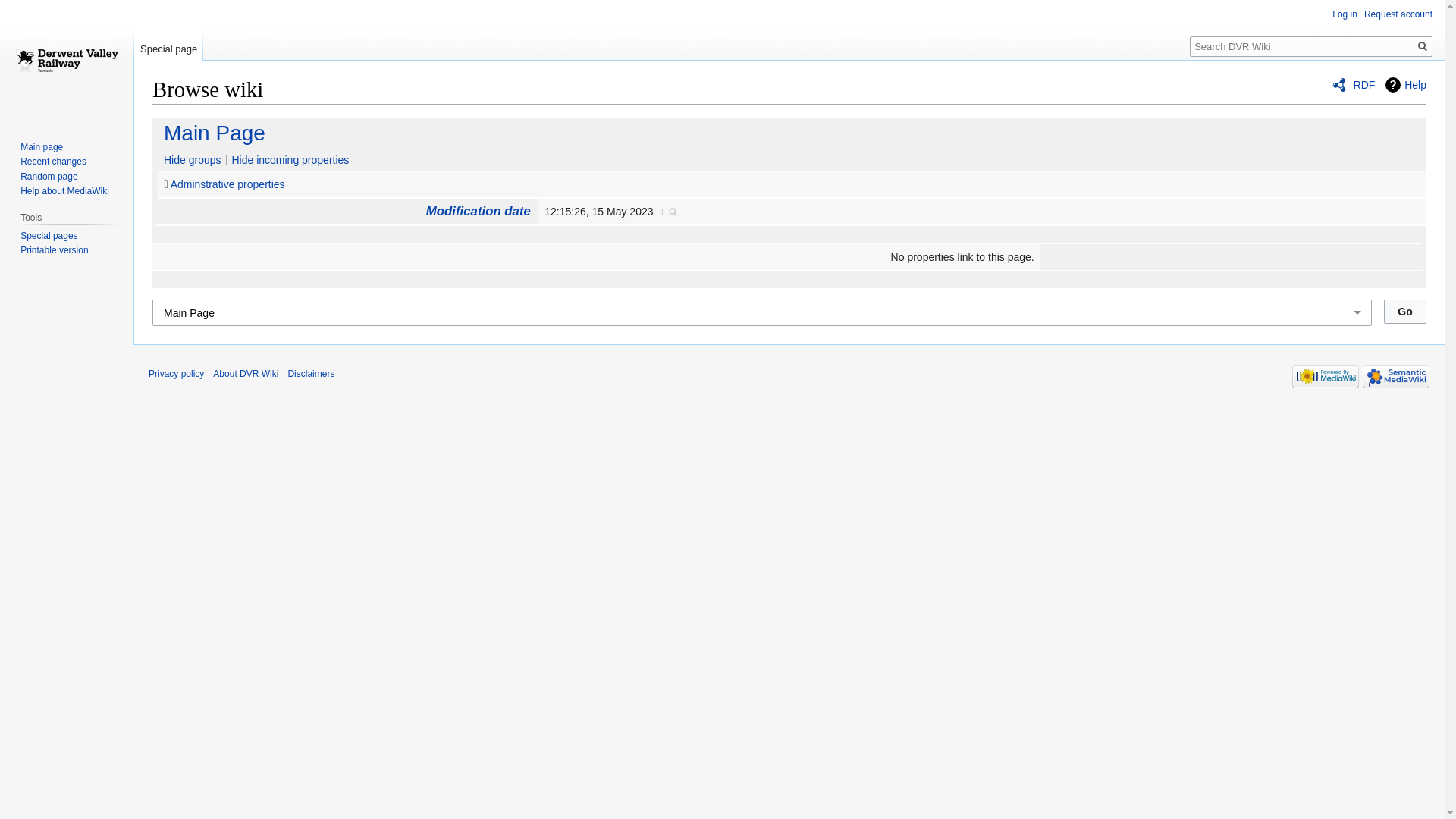 Image resolution: width=1456 pixels, height=819 pixels. I want to click on 'Hide groups', so click(188, 160).